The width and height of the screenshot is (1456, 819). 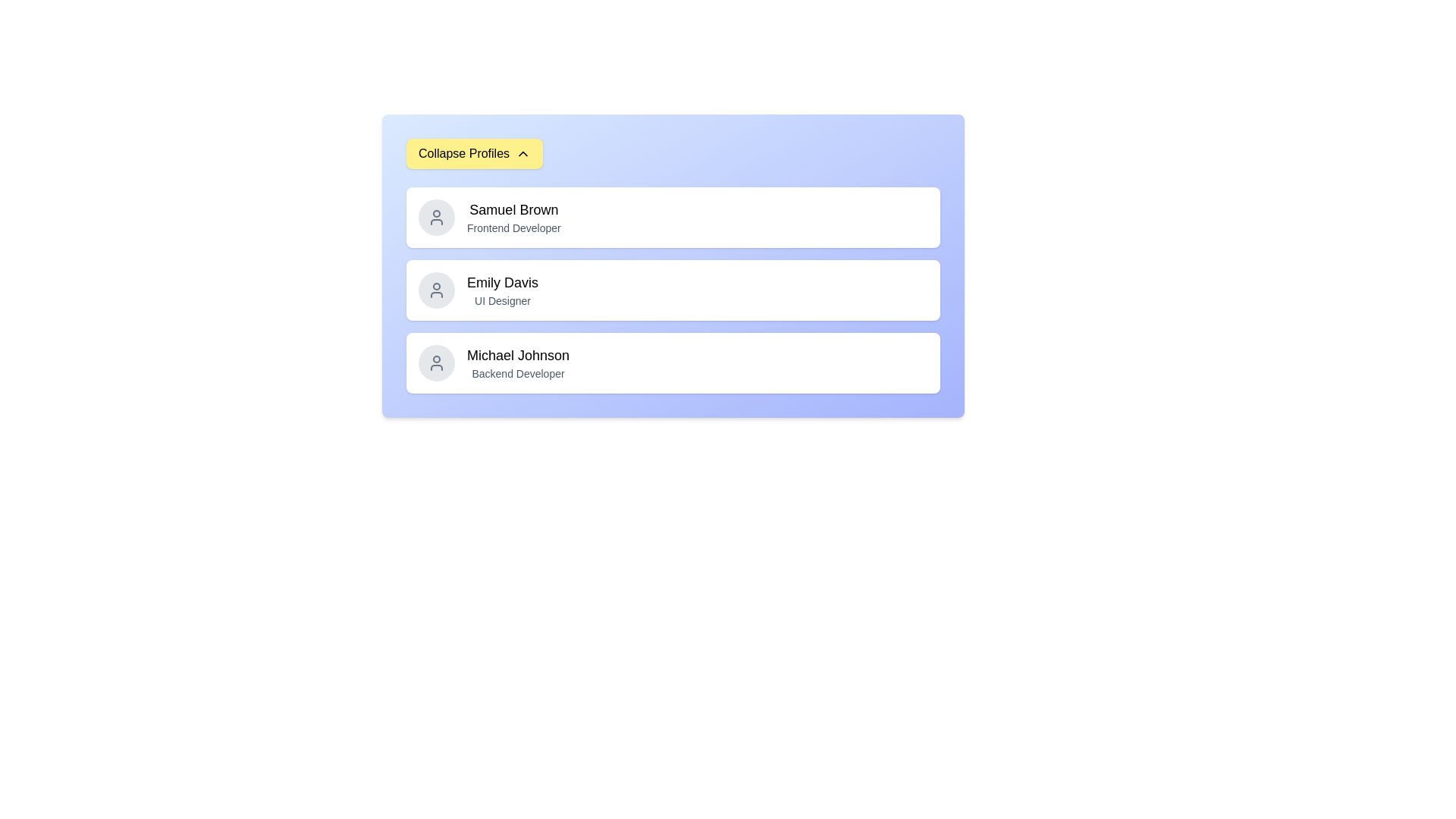 What do you see at coordinates (513, 227) in the screenshot?
I see `the Text label that designates the professional title 'Frontend Developer' associated with the profile of 'Samuel Brown'` at bounding box center [513, 227].